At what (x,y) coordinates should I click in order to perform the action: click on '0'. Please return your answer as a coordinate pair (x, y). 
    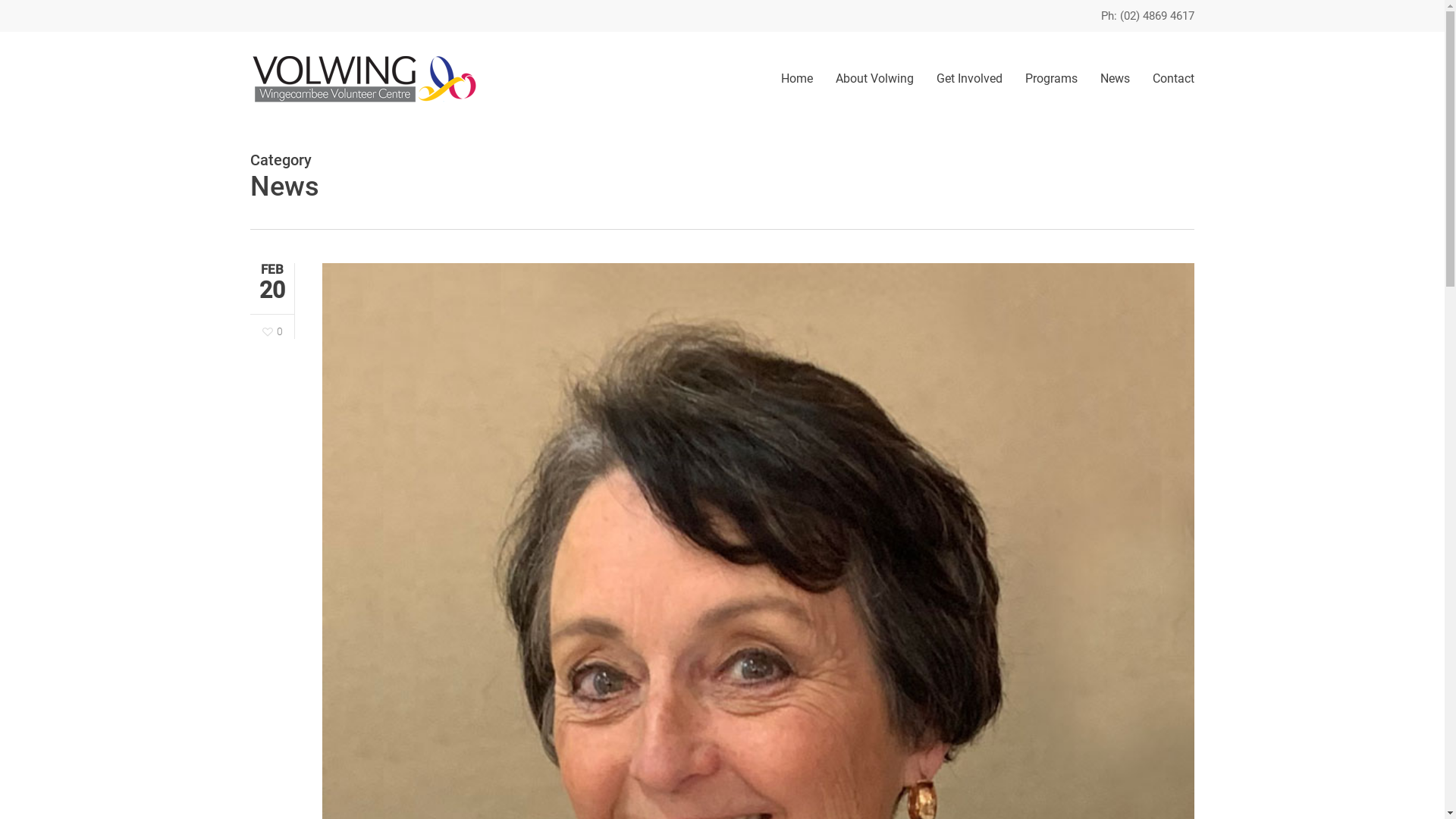
    Looking at the image, I should click on (272, 331).